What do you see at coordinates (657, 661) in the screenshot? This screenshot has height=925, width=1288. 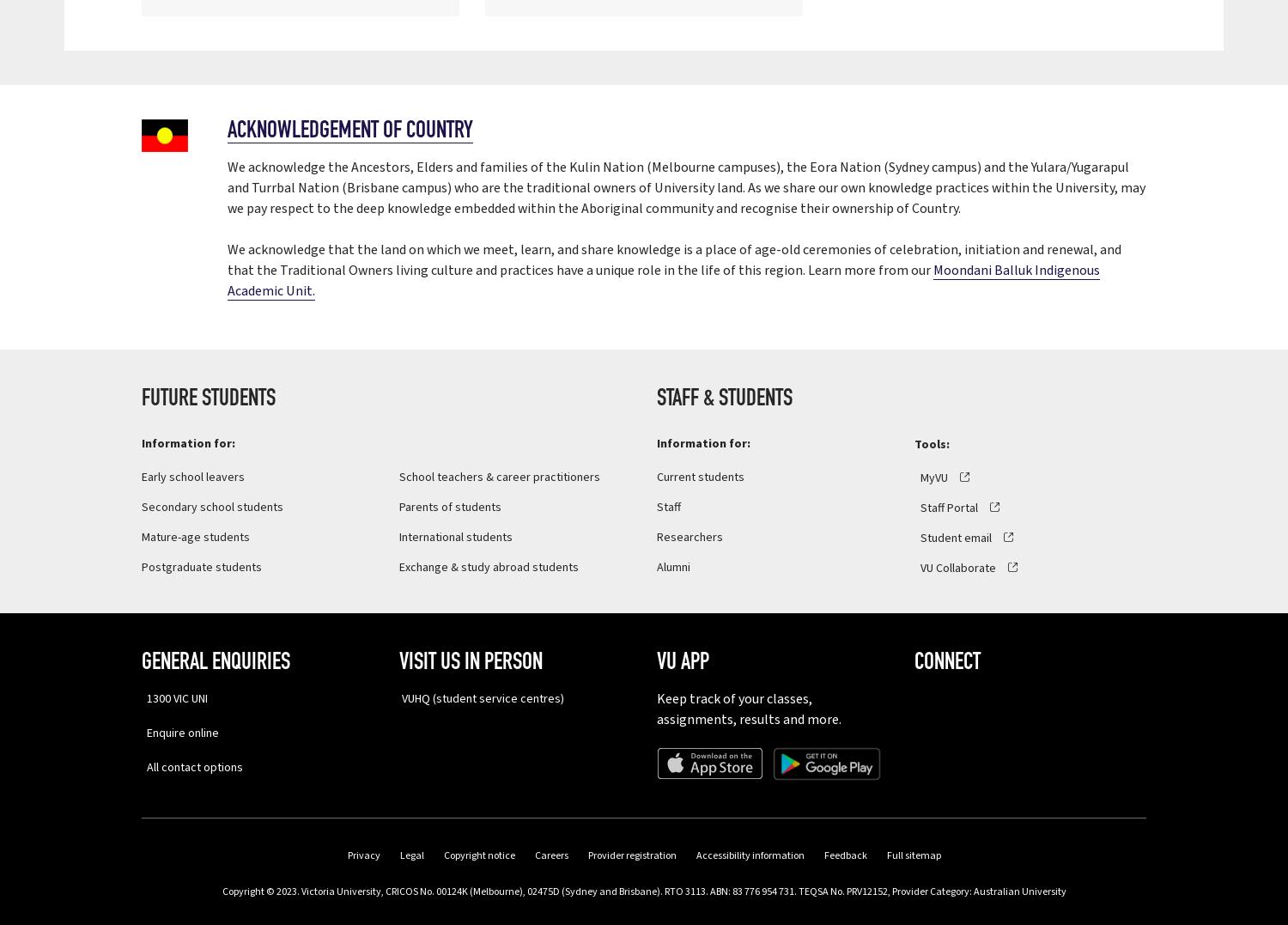 I see `'VU APP'` at bounding box center [657, 661].